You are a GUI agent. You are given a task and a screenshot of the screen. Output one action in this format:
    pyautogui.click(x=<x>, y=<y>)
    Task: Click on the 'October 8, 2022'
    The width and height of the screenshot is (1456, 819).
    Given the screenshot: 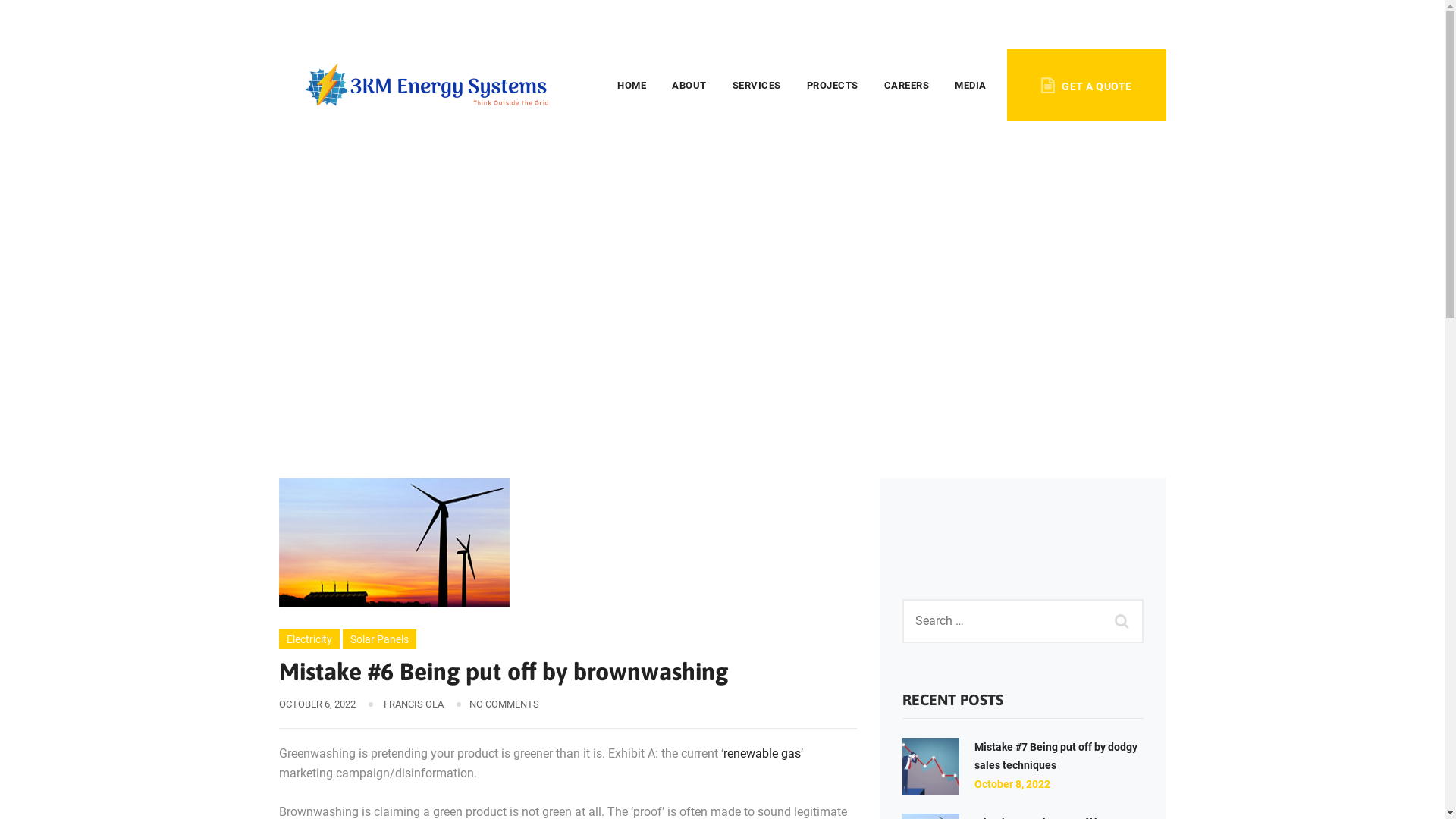 What is the action you would take?
    pyautogui.click(x=1012, y=783)
    